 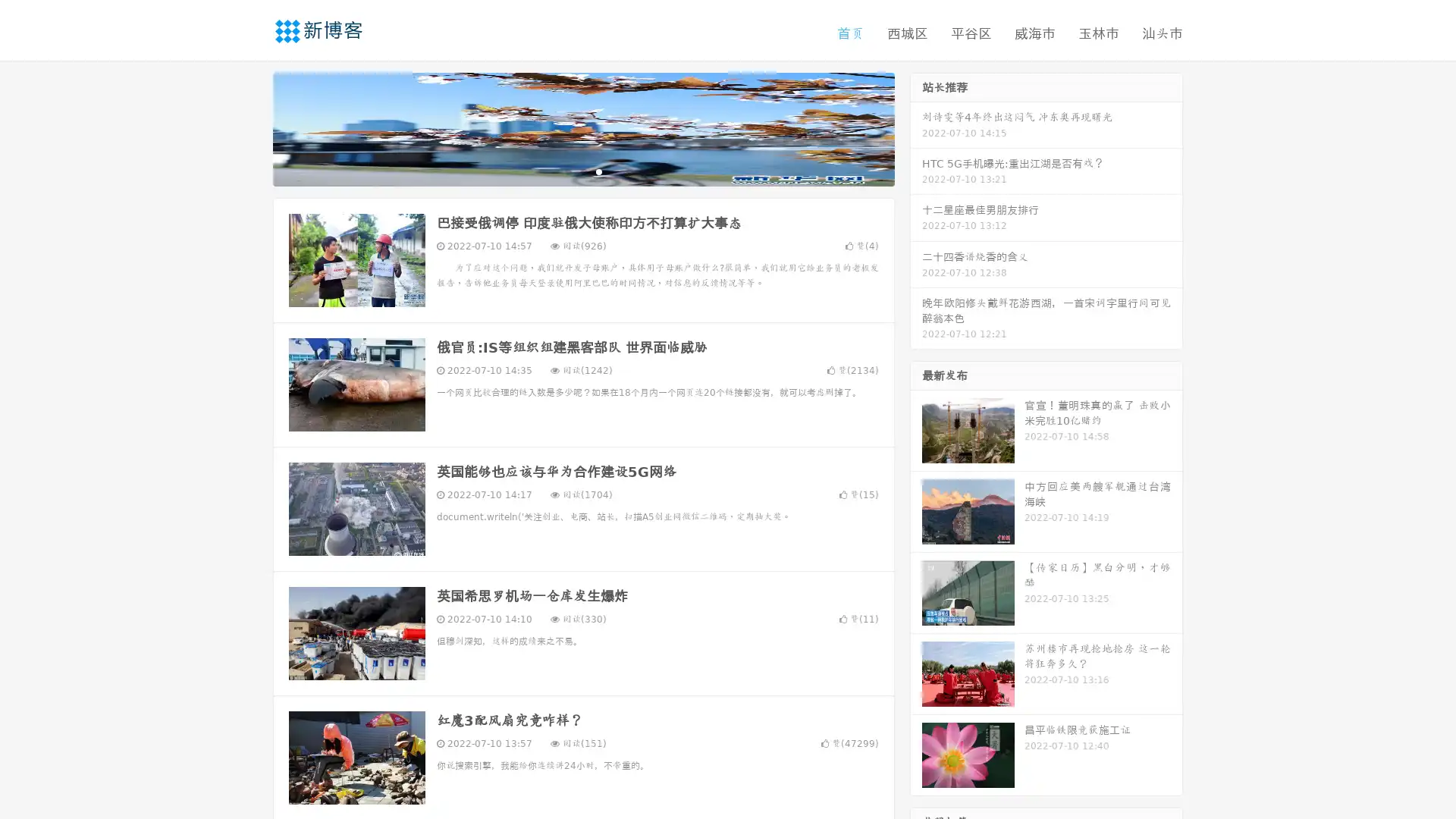 I want to click on Go to slide 2, so click(x=582, y=171).